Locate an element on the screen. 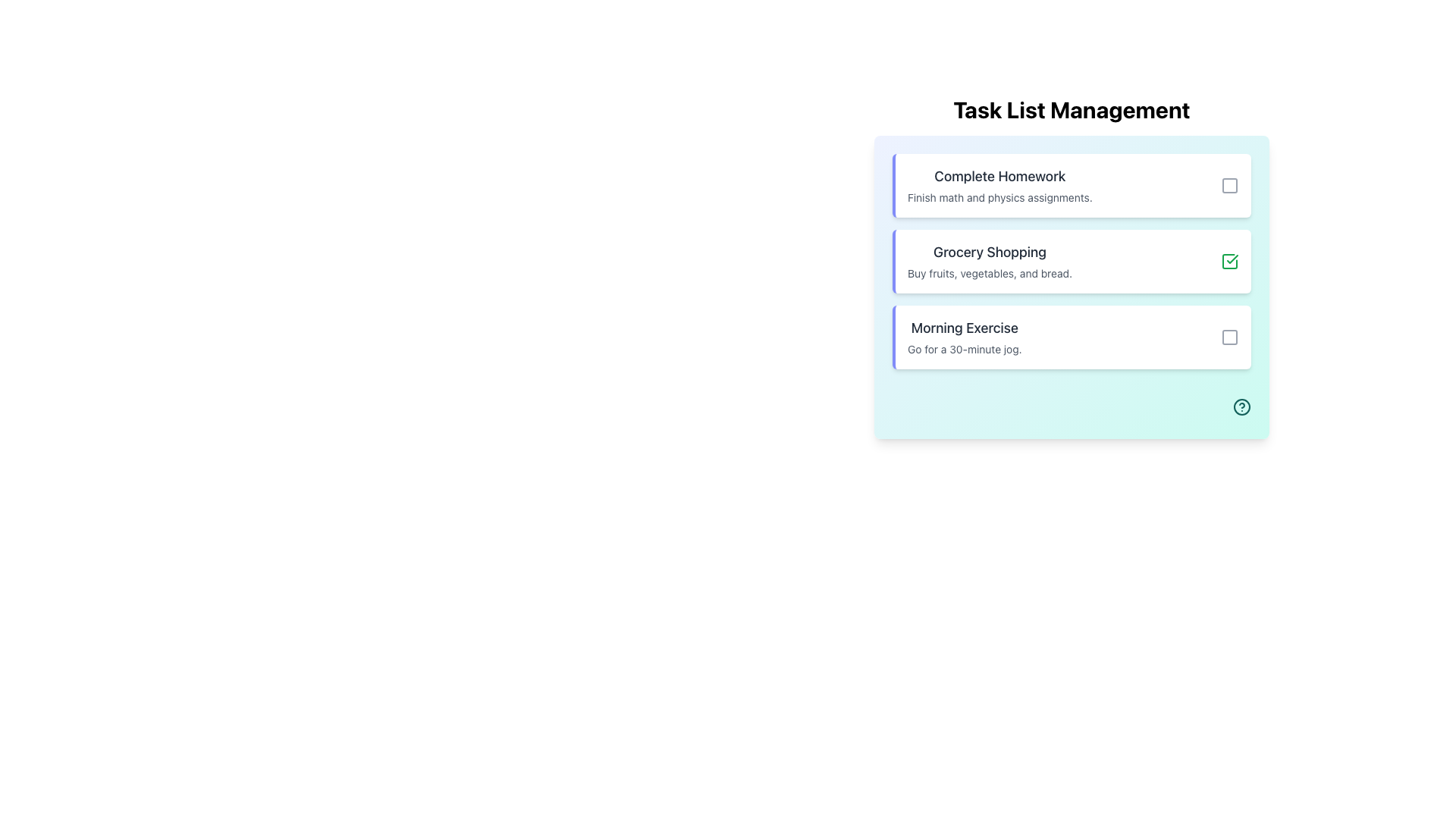 The width and height of the screenshot is (1456, 819). the header title text element that indicates the section's purpose for the task list application is located at coordinates (1071, 109).